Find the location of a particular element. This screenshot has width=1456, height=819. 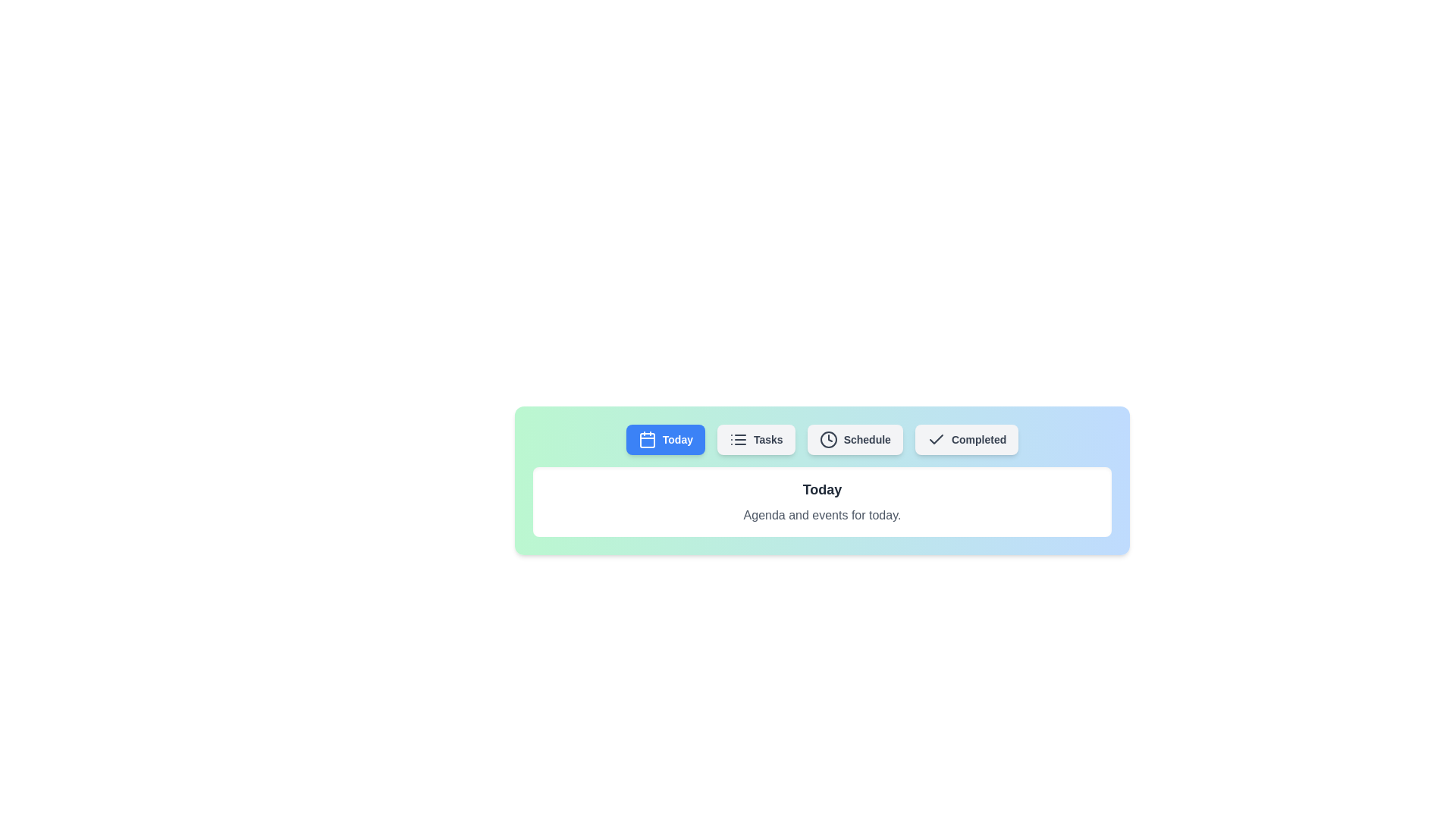

the Tasks tab to switch to its view is located at coordinates (756, 439).